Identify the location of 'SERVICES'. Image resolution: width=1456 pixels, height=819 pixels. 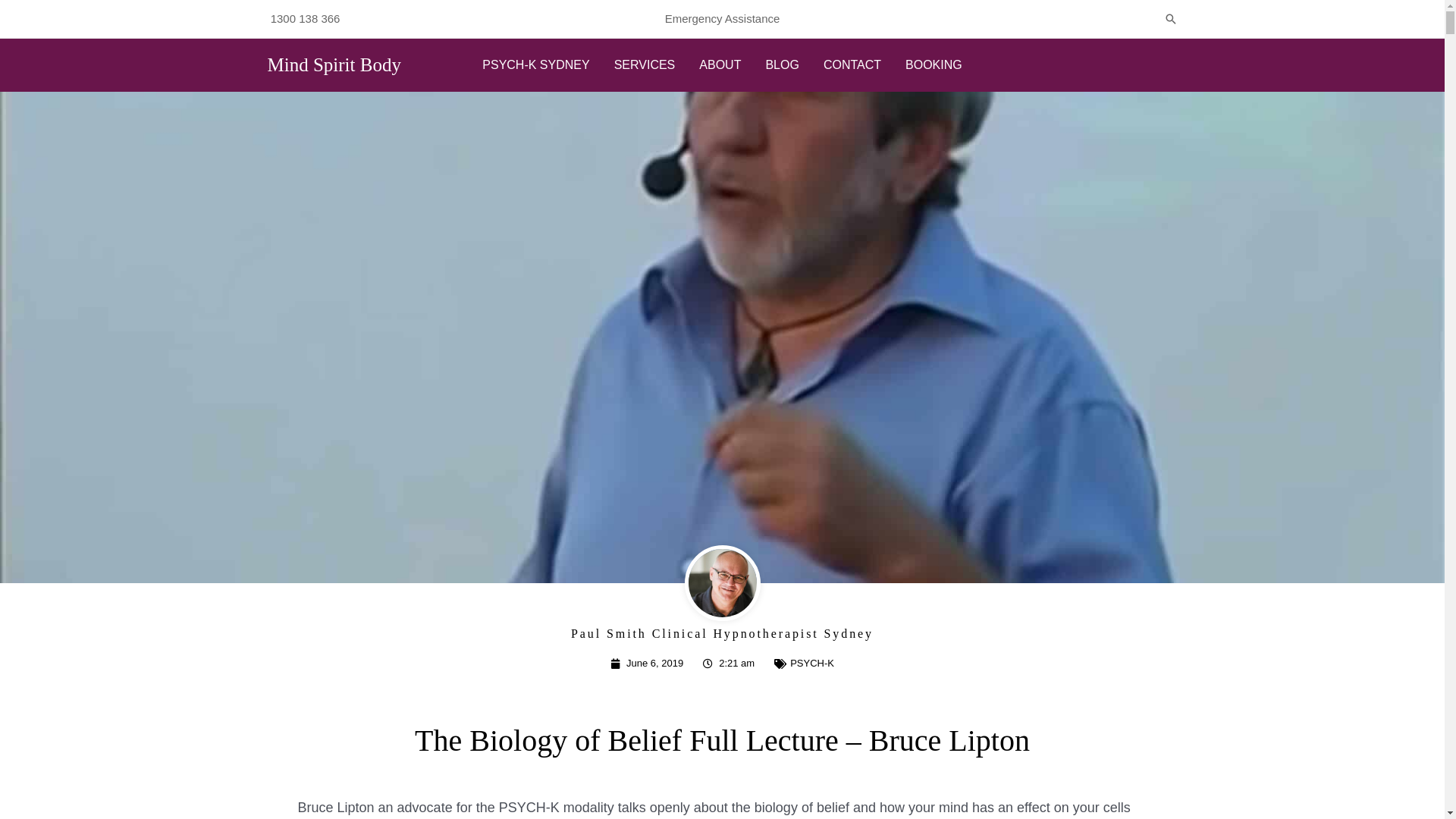
(645, 64).